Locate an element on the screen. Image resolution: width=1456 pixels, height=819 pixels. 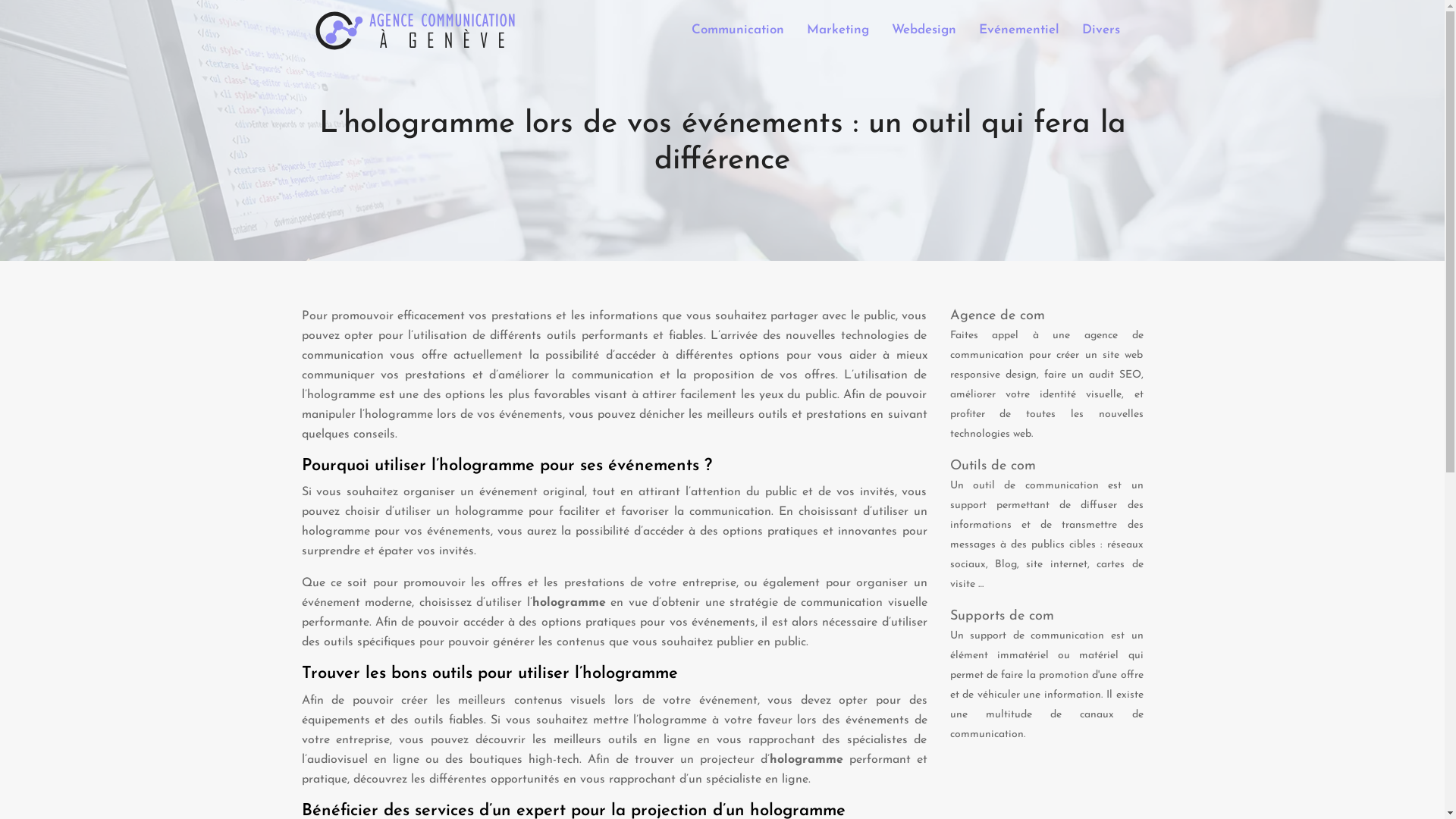
'Marketing' is located at coordinates (836, 30).